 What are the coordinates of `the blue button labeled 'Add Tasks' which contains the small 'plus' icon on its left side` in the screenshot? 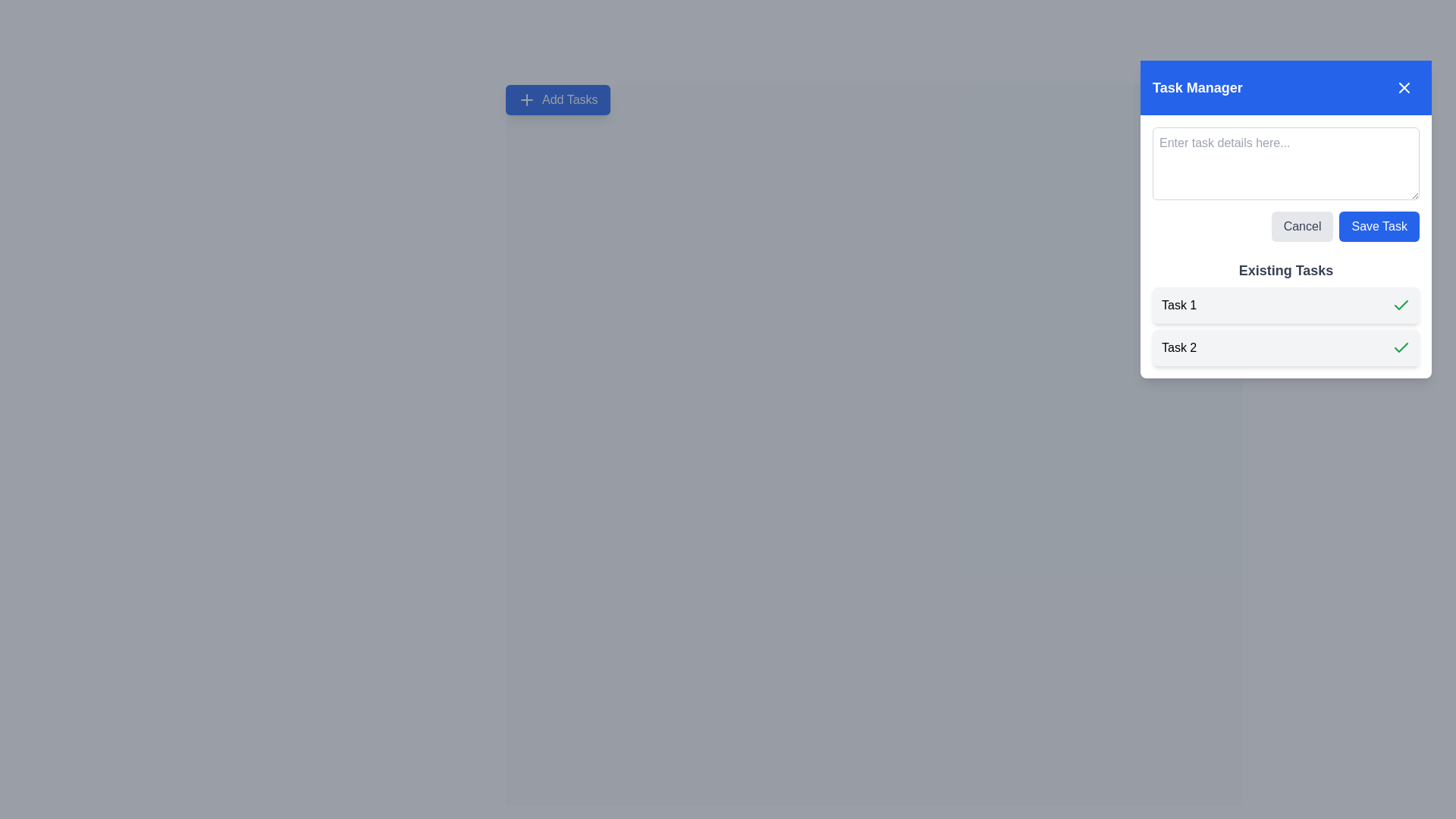 It's located at (527, 99).